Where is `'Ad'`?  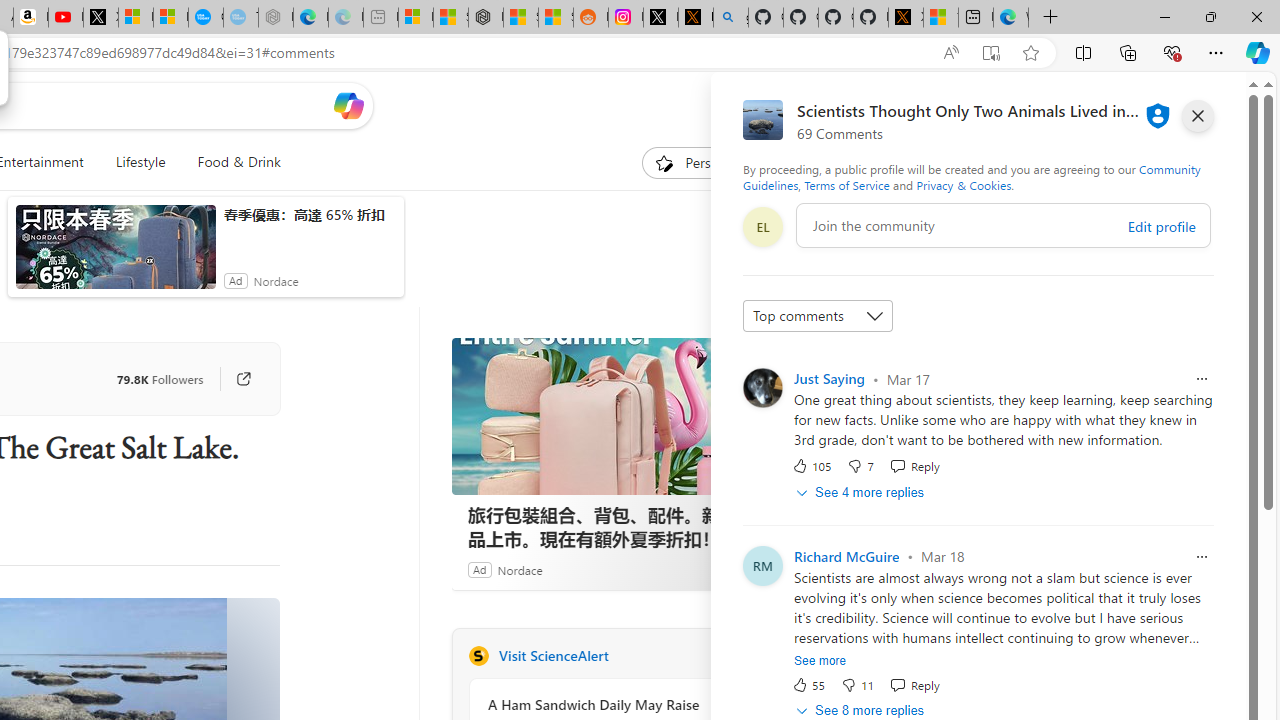
'Ad' is located at coordinates (478, 569).